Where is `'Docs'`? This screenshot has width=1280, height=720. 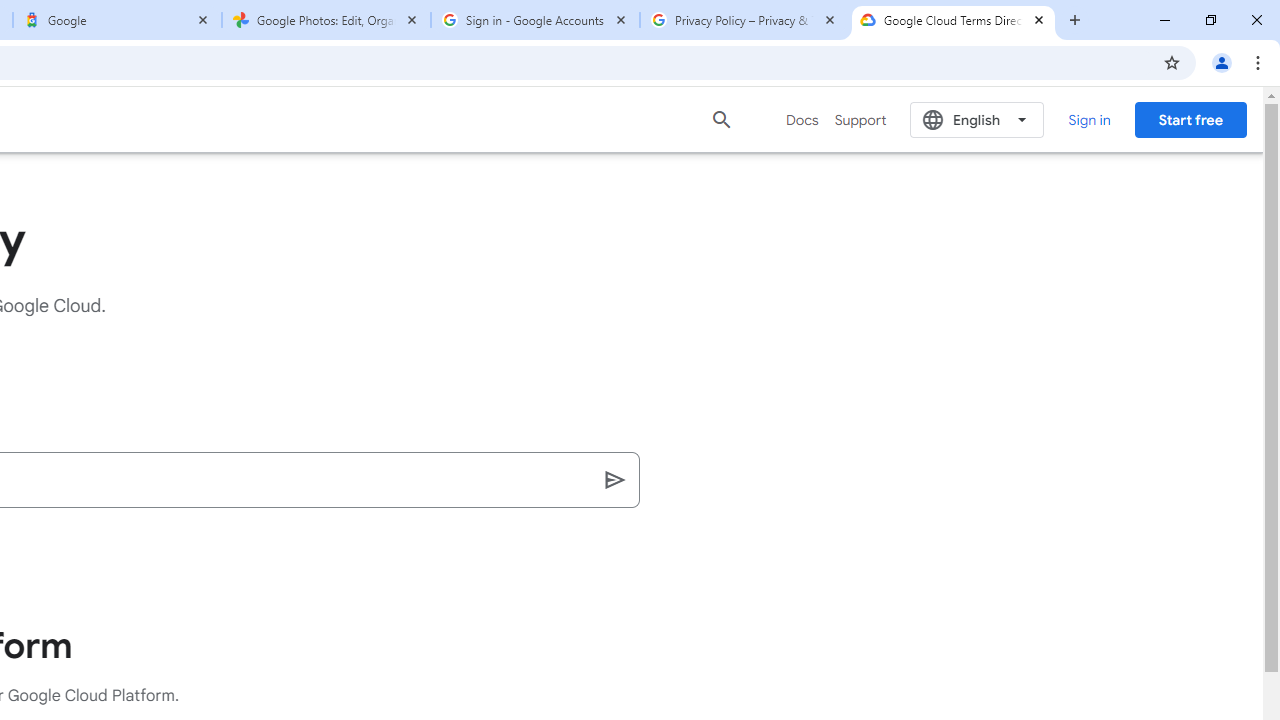 'Docs' is located at coordinates (802, 119).